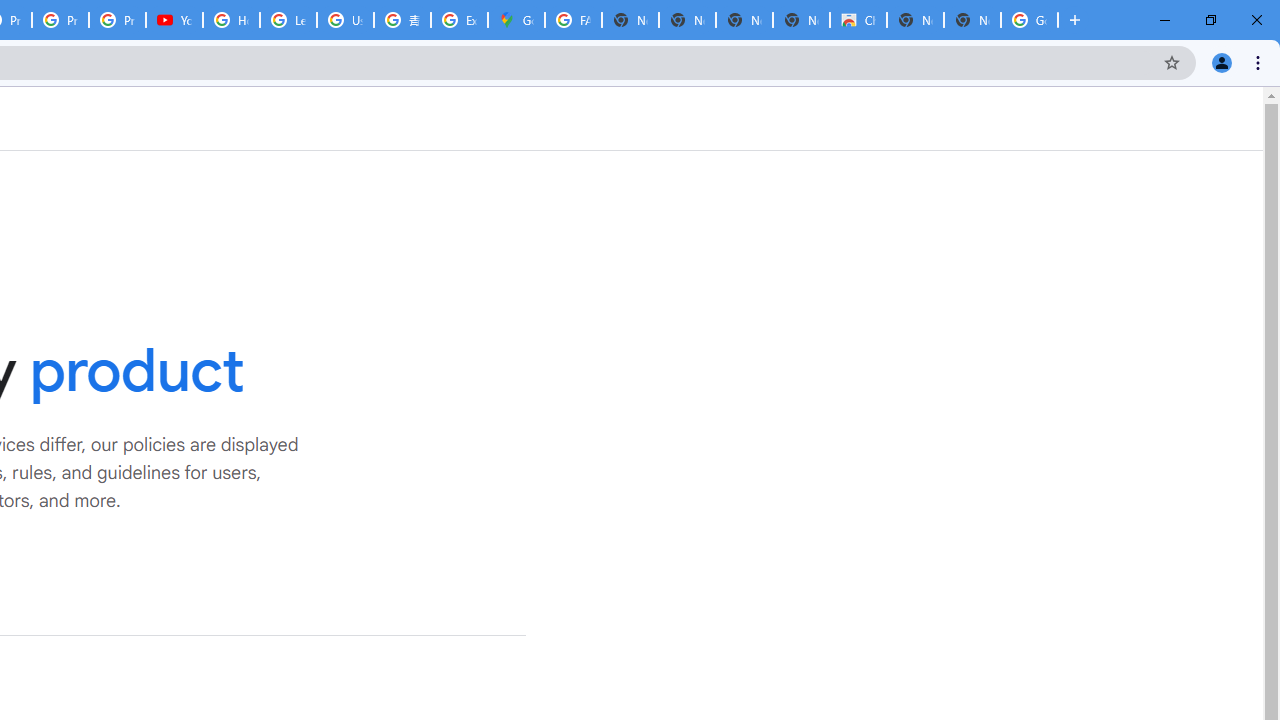 The width and height of the screenshot is (1280, 720). I want to click on 'YouTube', so click(174, 20).